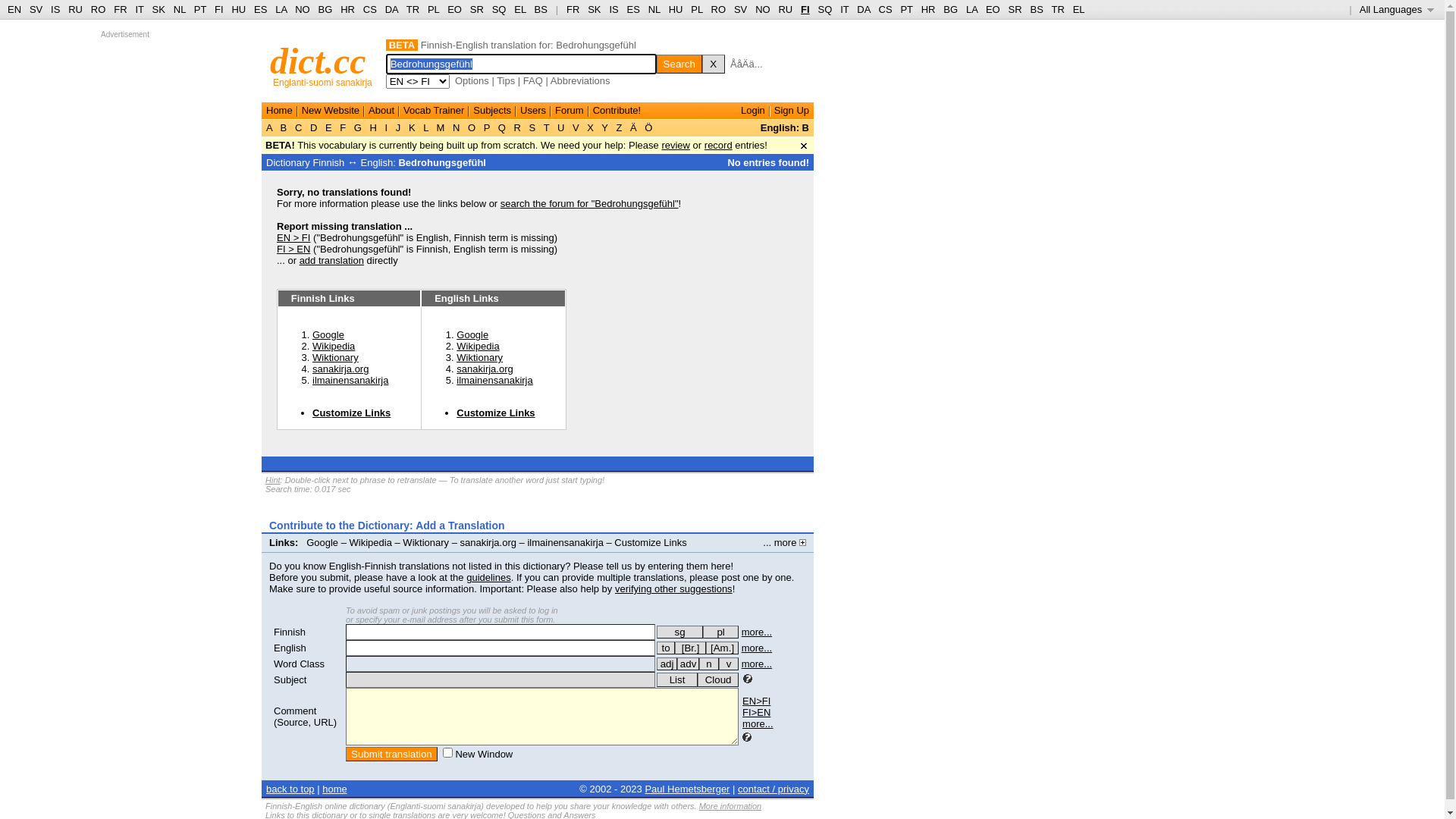 The height and width of the screenshot is (819, 1456). I want to click on 'Submit translation', so click(345, 754).